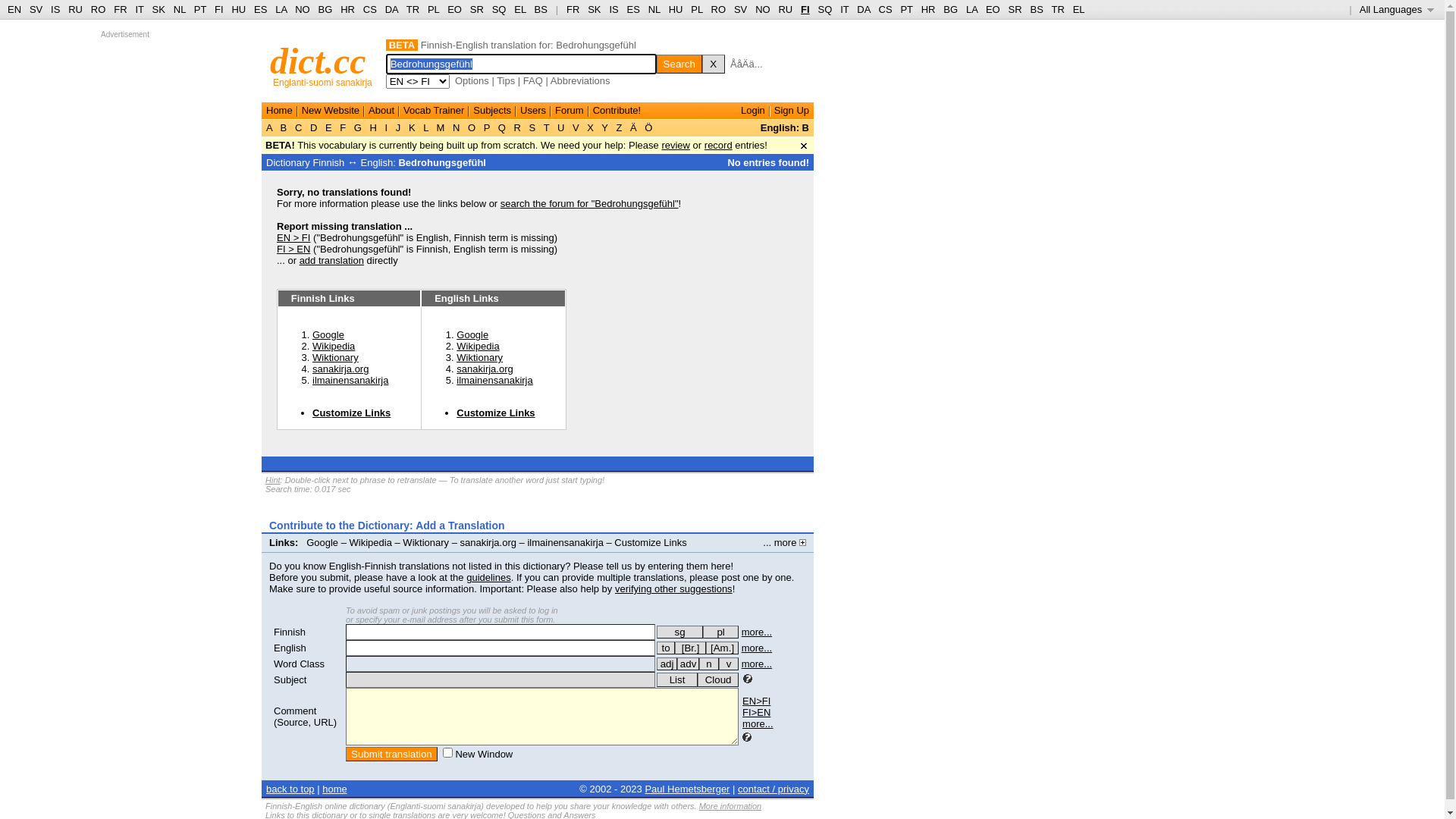 The height and width of the screenshot is (819, 1456). I want to click on 'Submit translation', so click(345, 754).